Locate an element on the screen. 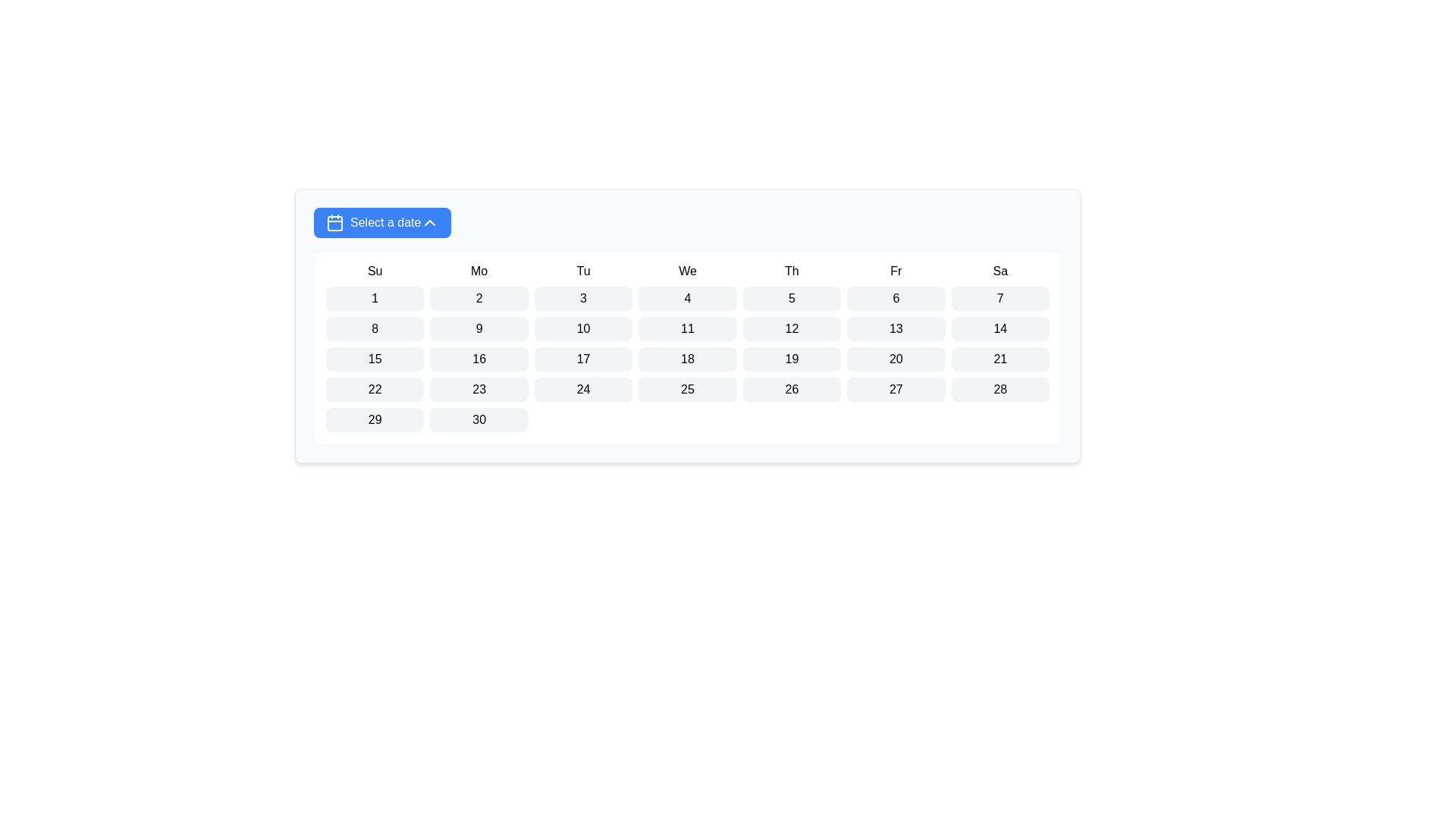  the button representing the 25th day in the calendar is located at coordinates (687, 388).